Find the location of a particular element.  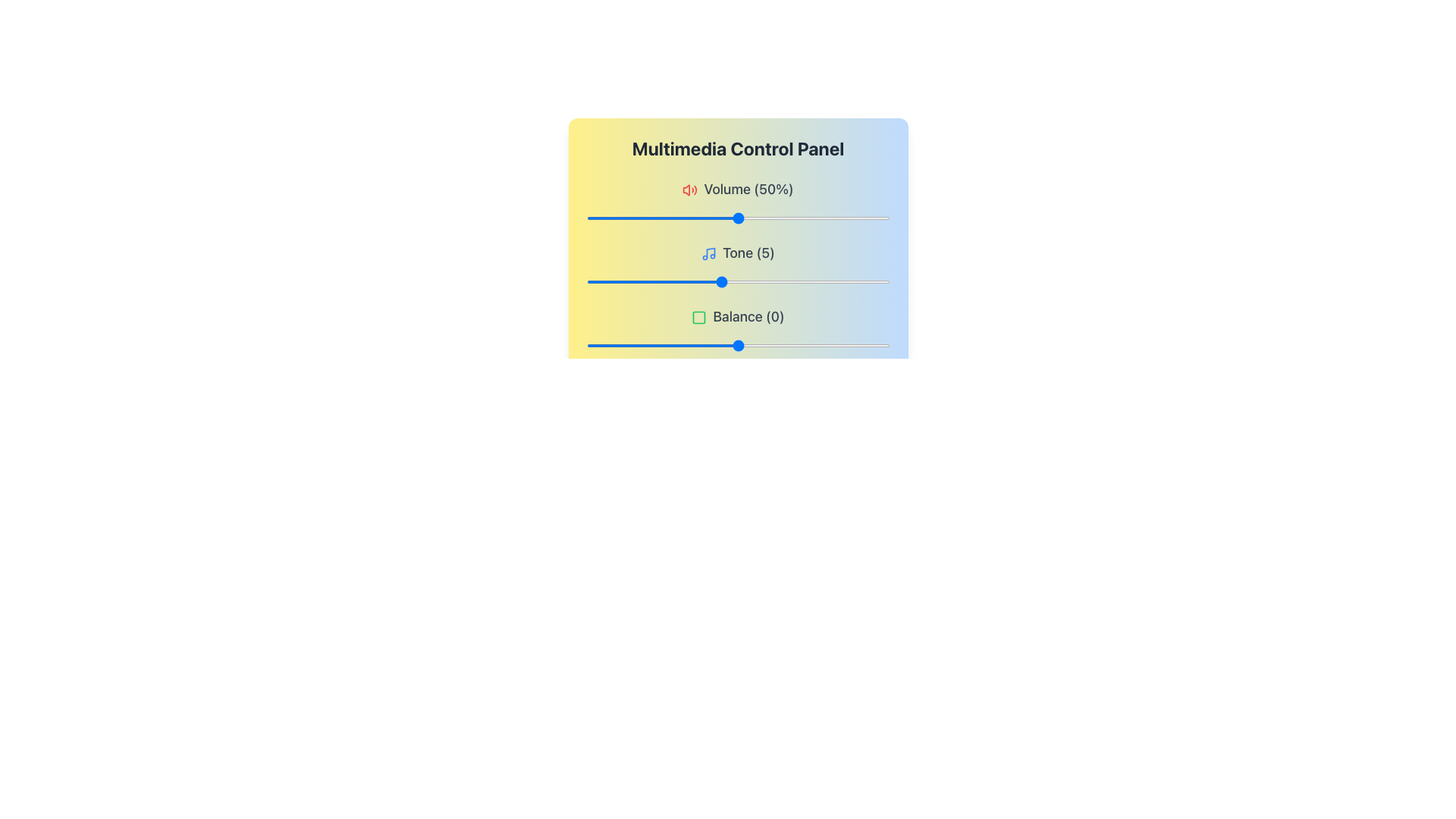

the balance is located at coordinates (686, 345).